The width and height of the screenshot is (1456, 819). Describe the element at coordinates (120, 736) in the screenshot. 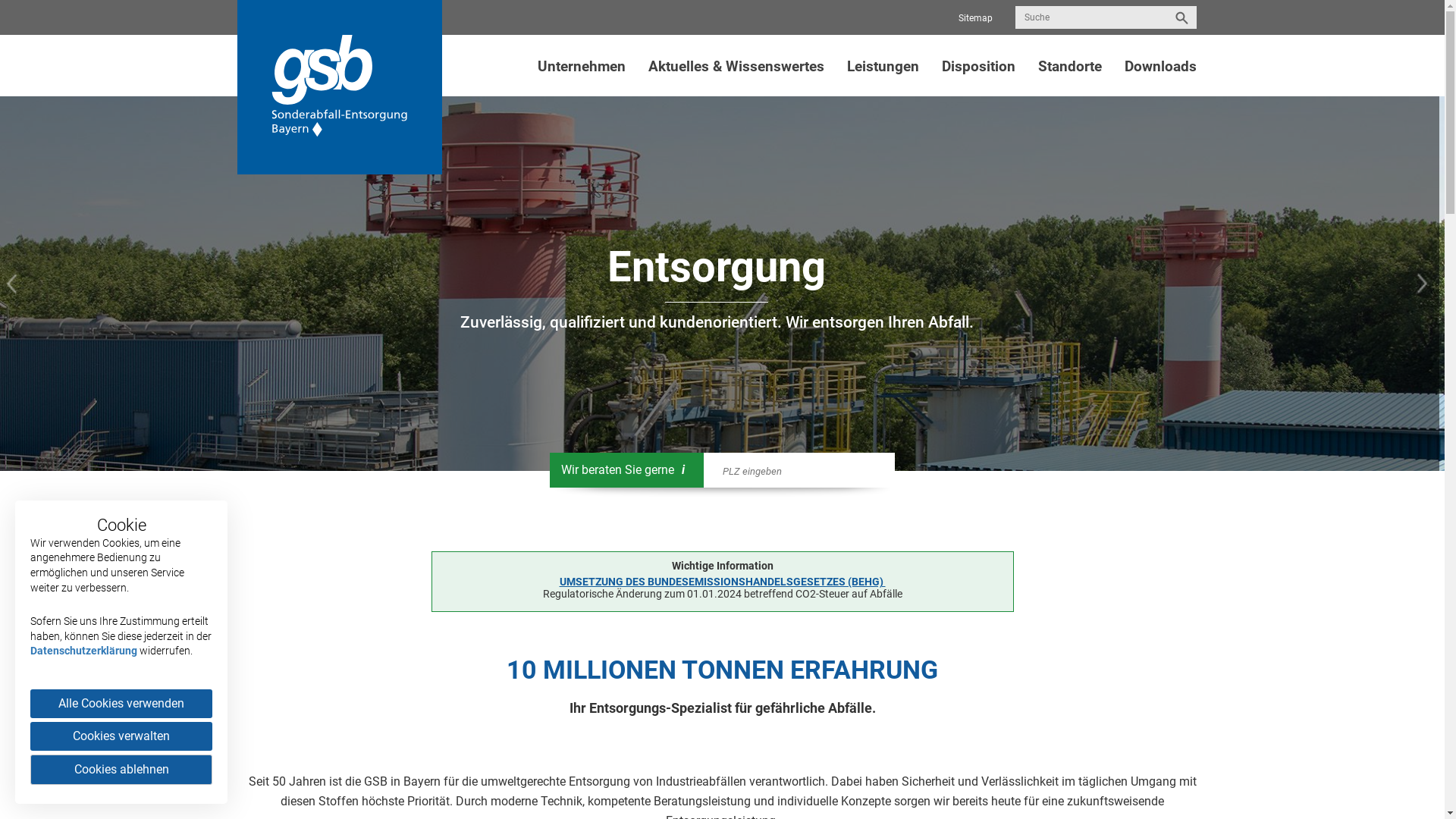

I see `'Cookies verwalten'` at that location.